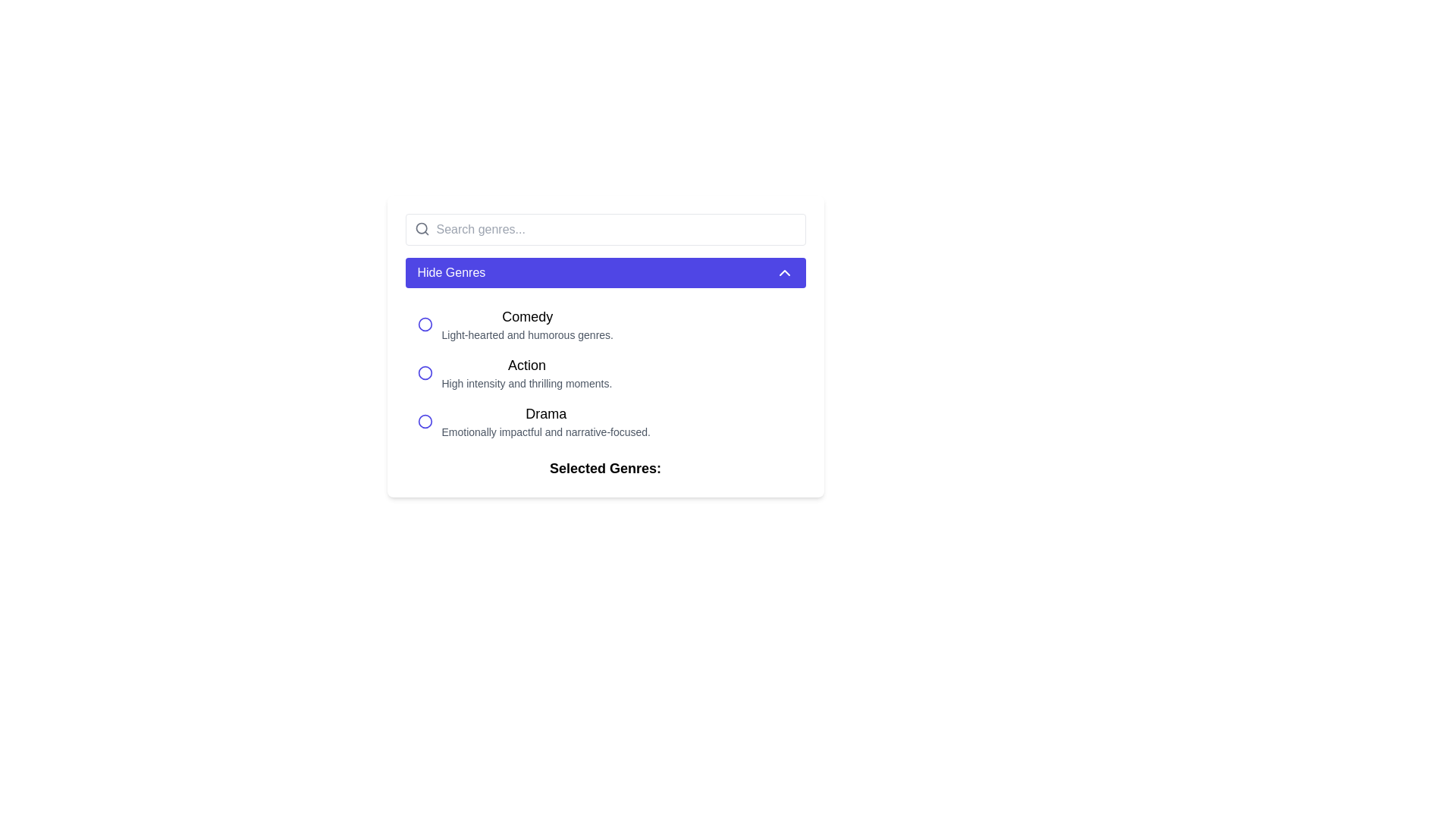  I want to click on the text label displaying 'Action', which is a larger, bold title located between the 'Comedy' and 'Drama' items, serving as a header for its section, so click(527, 366).